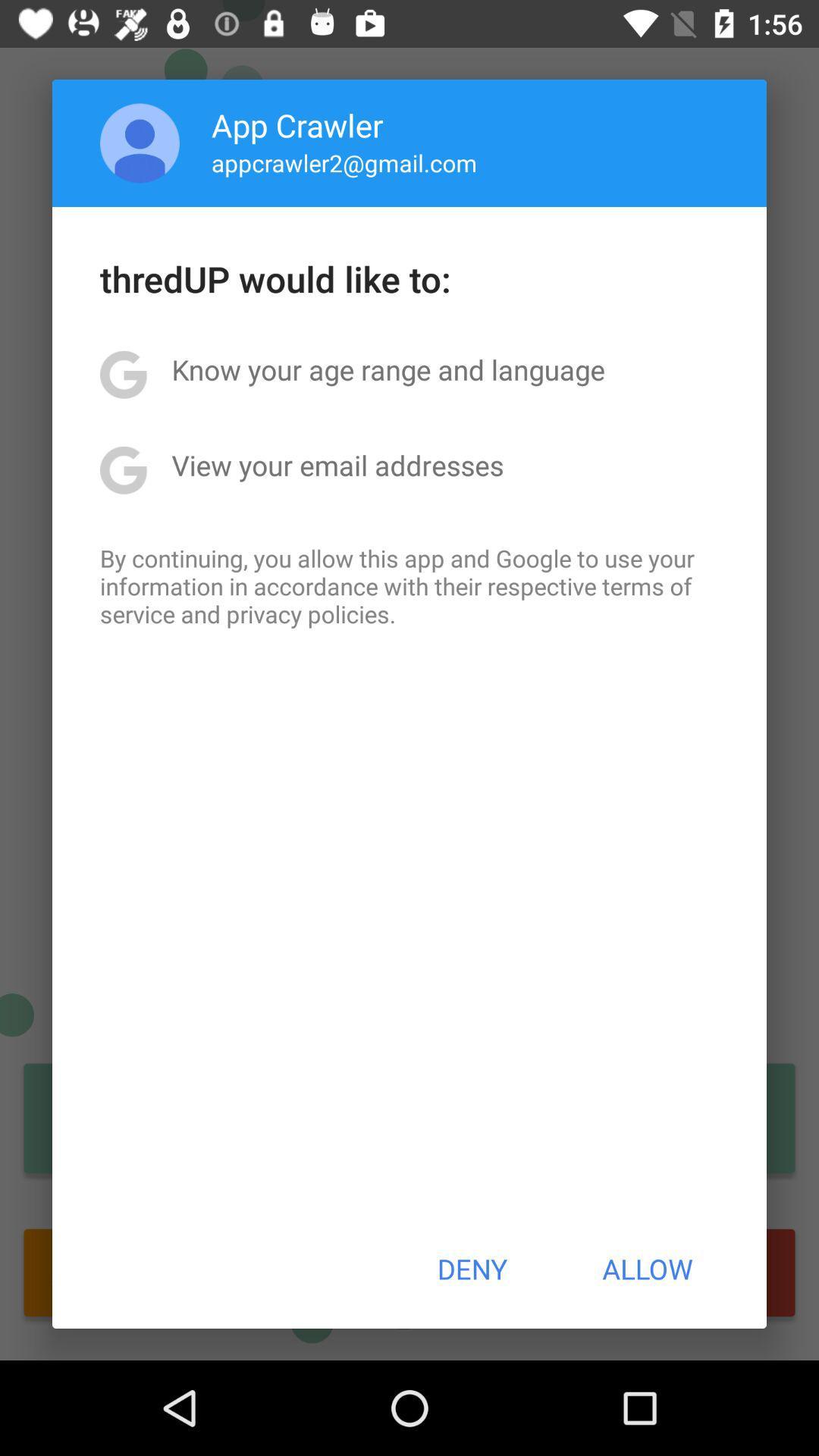 This screenshot has width=819, height=1456. What do you see at coordinates (297, 124) in the screenshot?
I see `app crawler item` at bounding box center [297, 124].